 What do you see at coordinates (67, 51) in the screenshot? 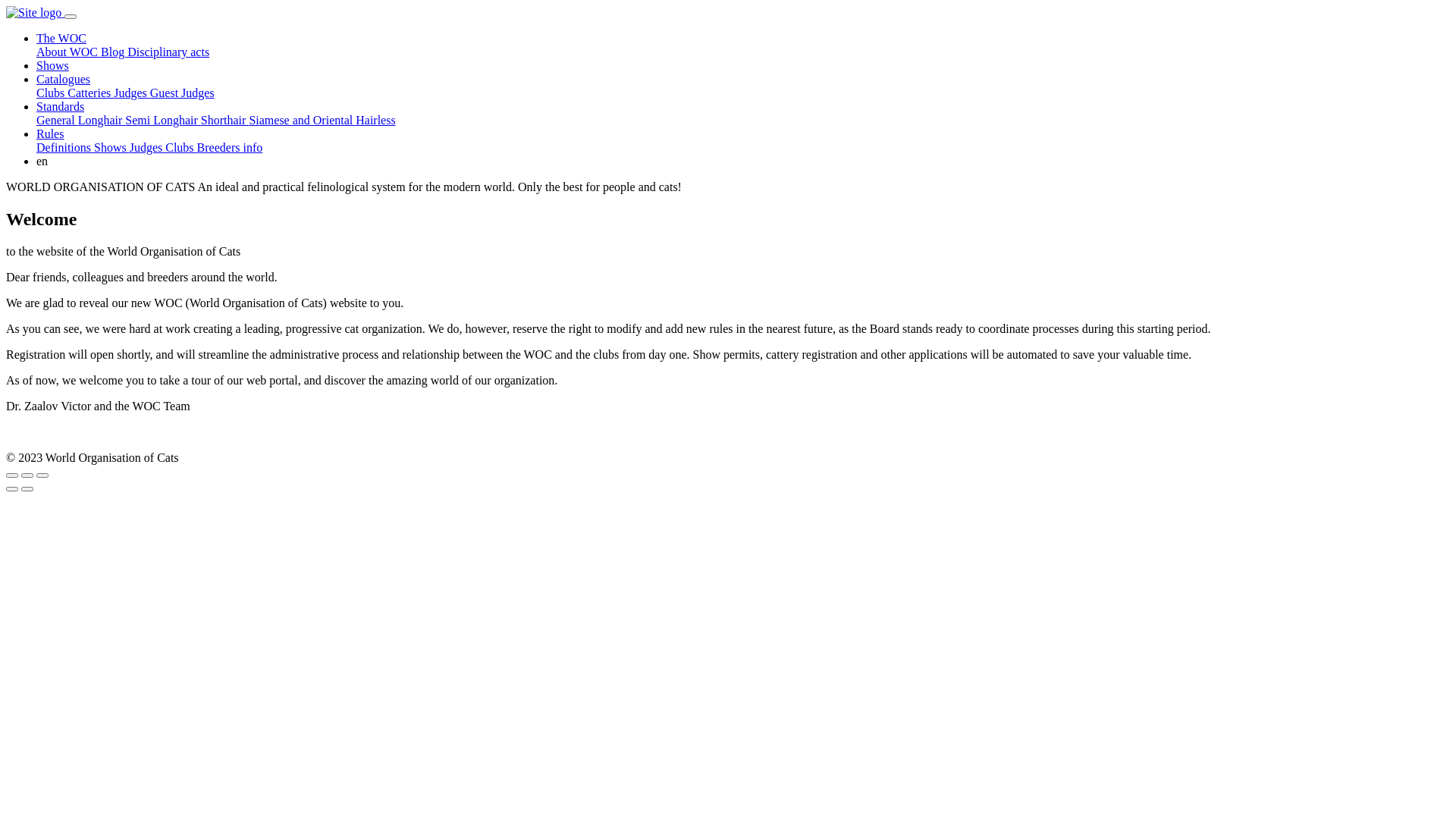
I see `'About WOC'` at bounding box center [67, 51].